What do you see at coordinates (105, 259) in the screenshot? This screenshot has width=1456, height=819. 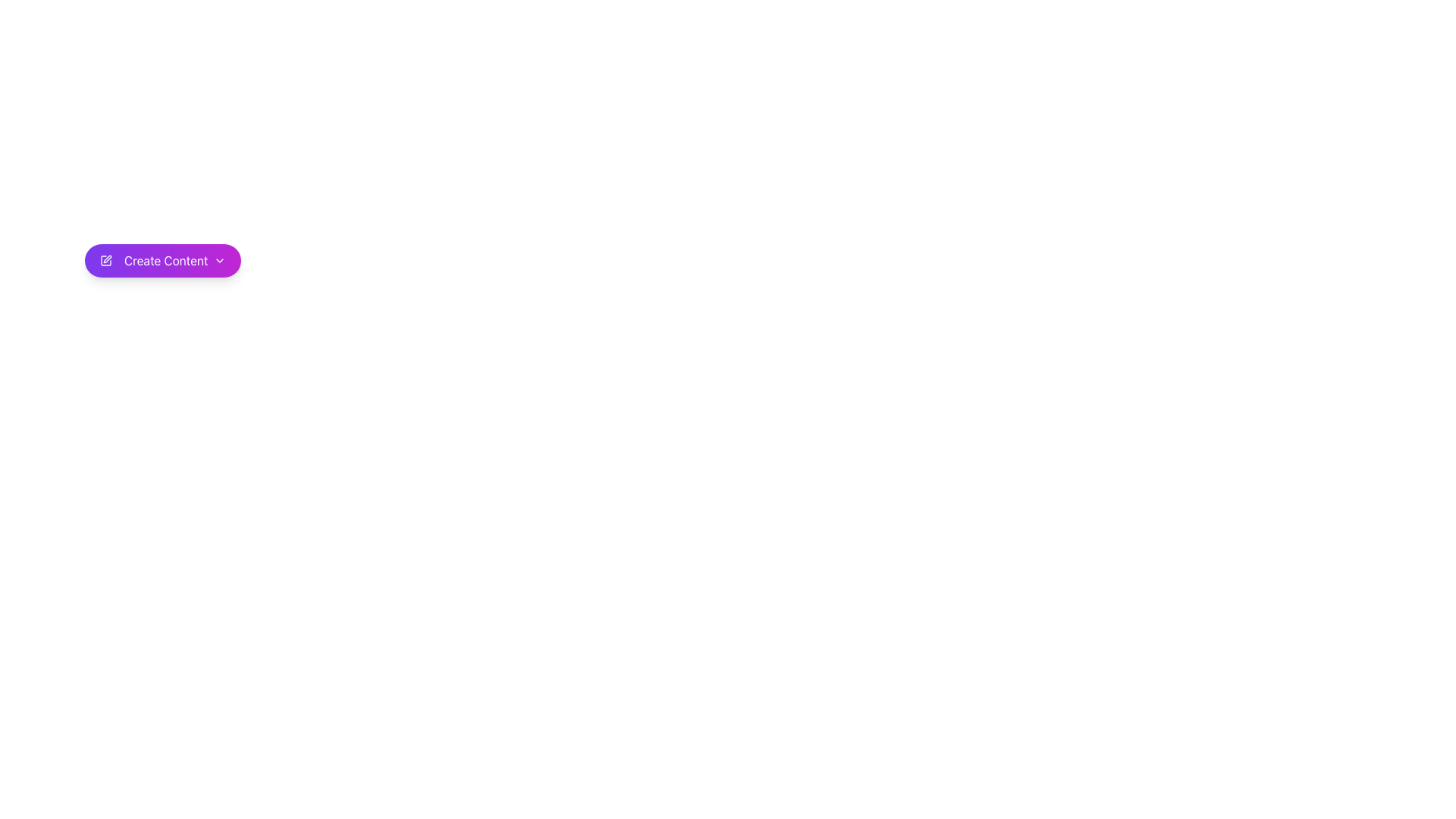 I see `the animation effect of the first icon within the rounded button labeled 'Create Content', which symbolizes creation or editing content` at bounding box center [105, 259].